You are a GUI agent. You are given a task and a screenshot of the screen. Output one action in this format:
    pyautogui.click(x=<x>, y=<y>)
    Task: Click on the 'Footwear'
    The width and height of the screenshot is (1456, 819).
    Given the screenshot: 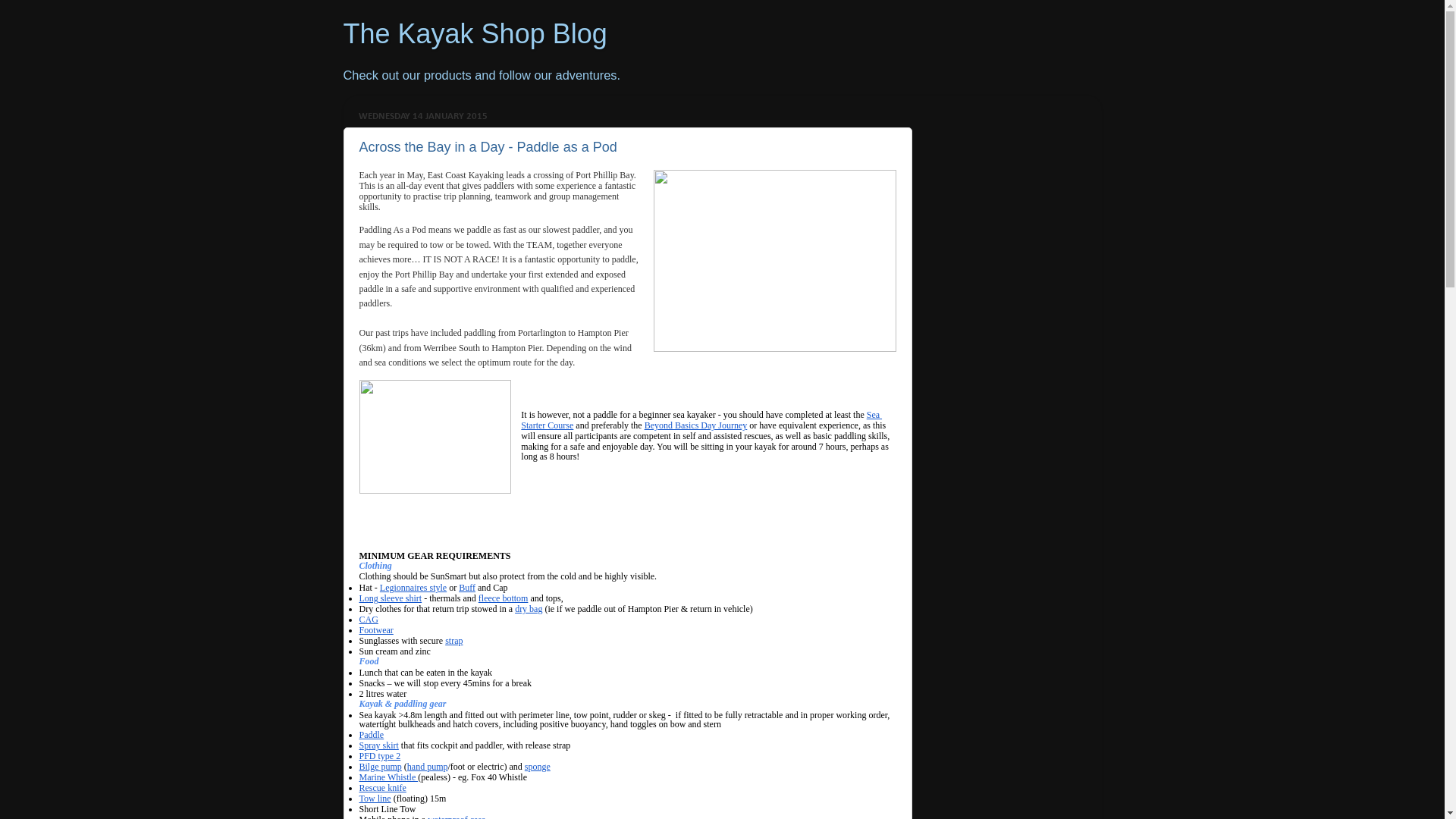 What is the action you would take?
    pyautogui.click(x=376, y=629)
    